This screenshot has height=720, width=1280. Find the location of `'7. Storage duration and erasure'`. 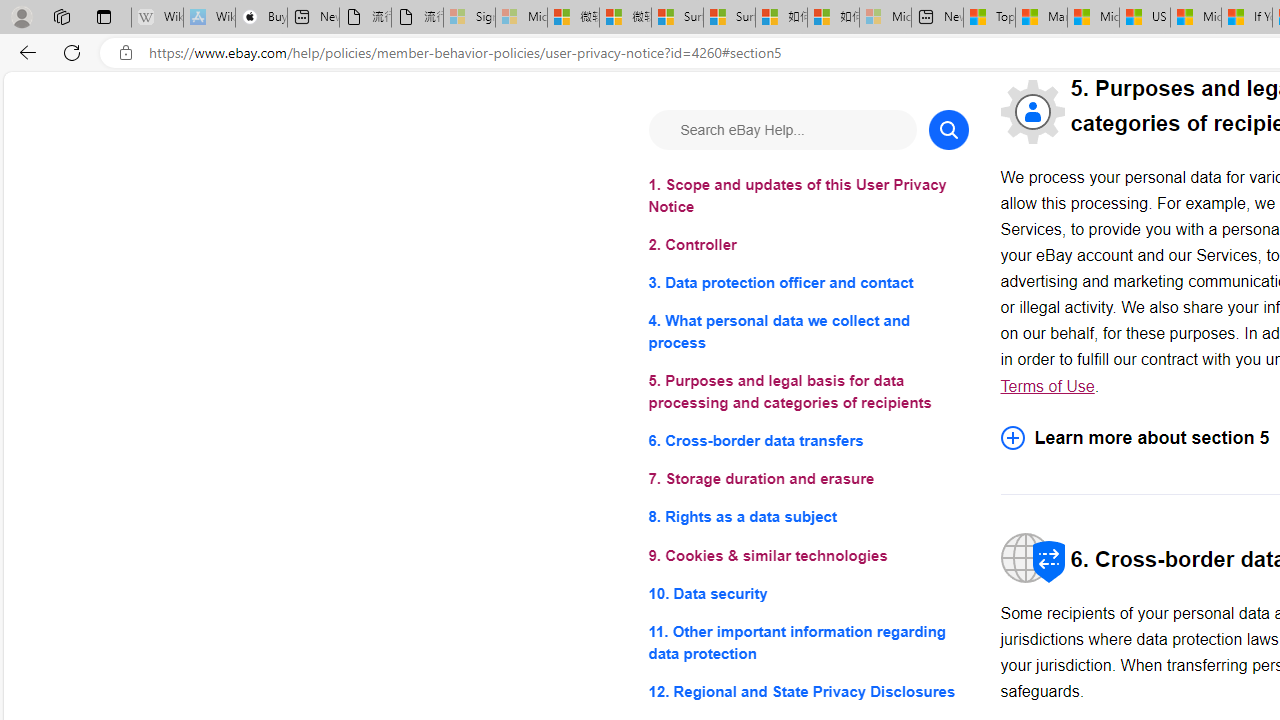

'7. Storage duration and erasure' is located at coordinates (808, 479).